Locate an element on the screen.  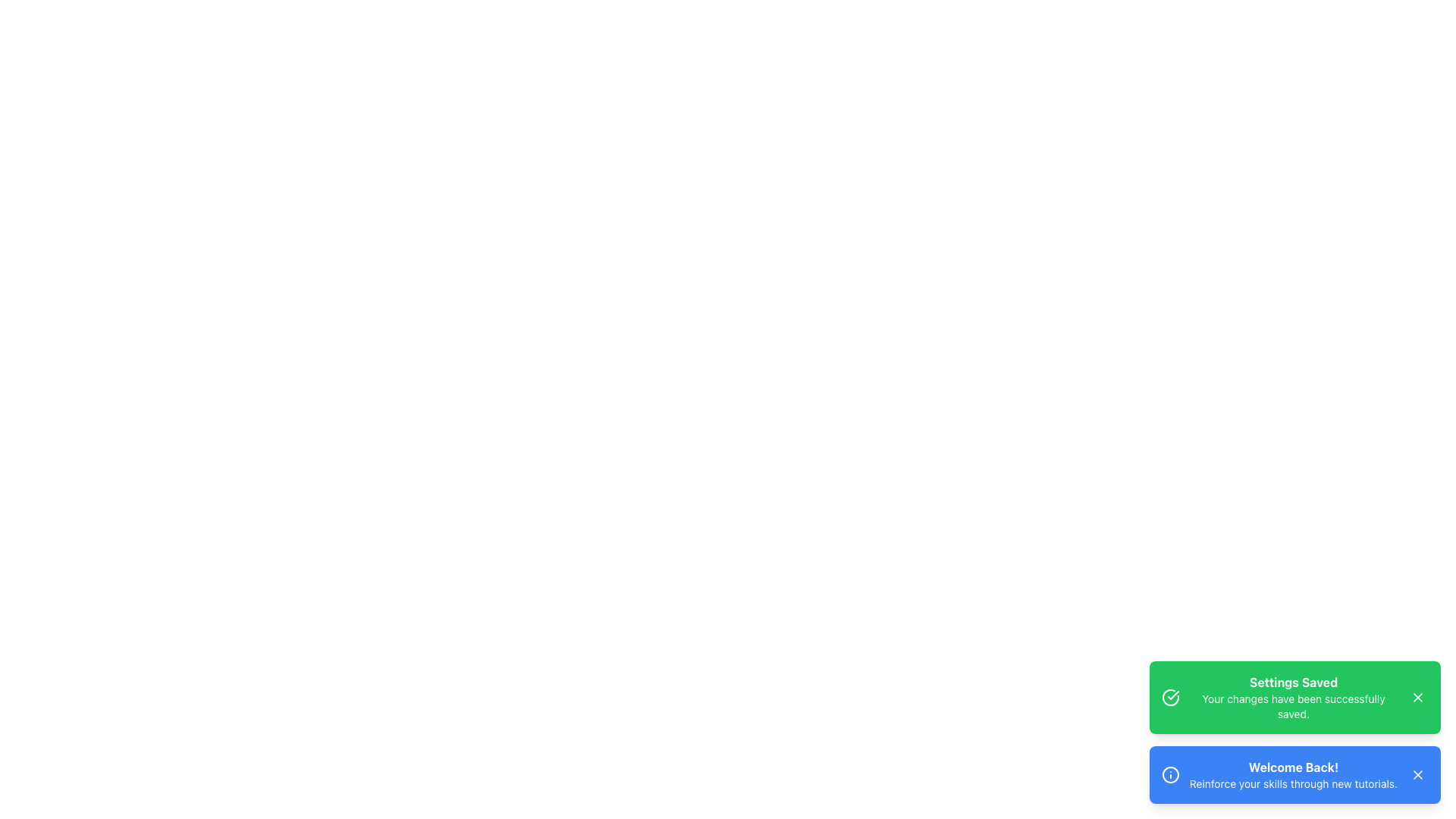
the green circular icon with a checkmark located at the leftmost side of the notification banner titled 'Settings Saved' is located at coordinates (1170, 698).